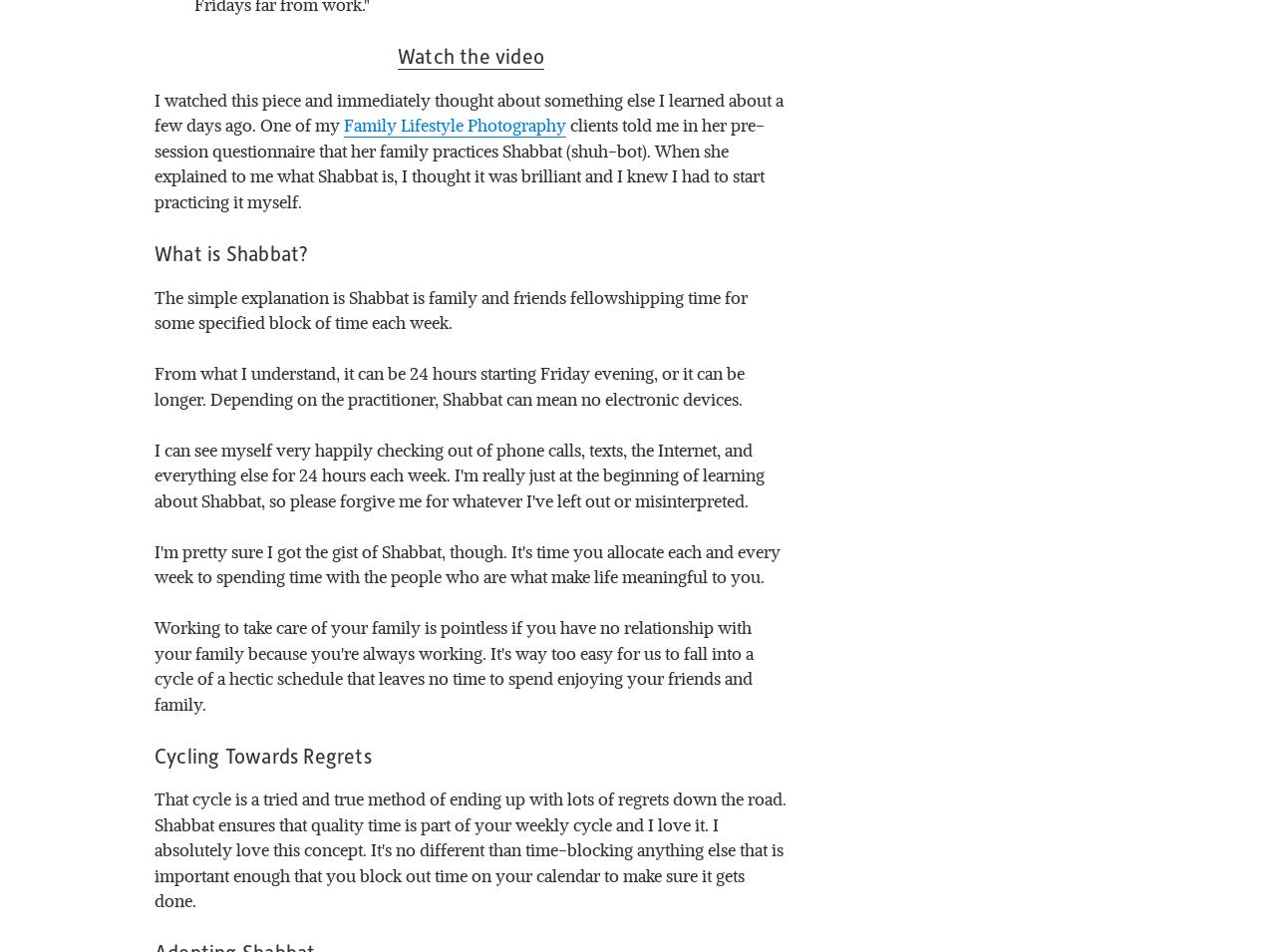 This screenshot has width=1276, height=952. Describe the element at coordinates (469, 563) in the screenshot. I see `'I'm pretty sure I got the gist of Shabbat, though. It's time you allocate each and every week to spending time with the people who are what make life meaningful to you.'` at that location.